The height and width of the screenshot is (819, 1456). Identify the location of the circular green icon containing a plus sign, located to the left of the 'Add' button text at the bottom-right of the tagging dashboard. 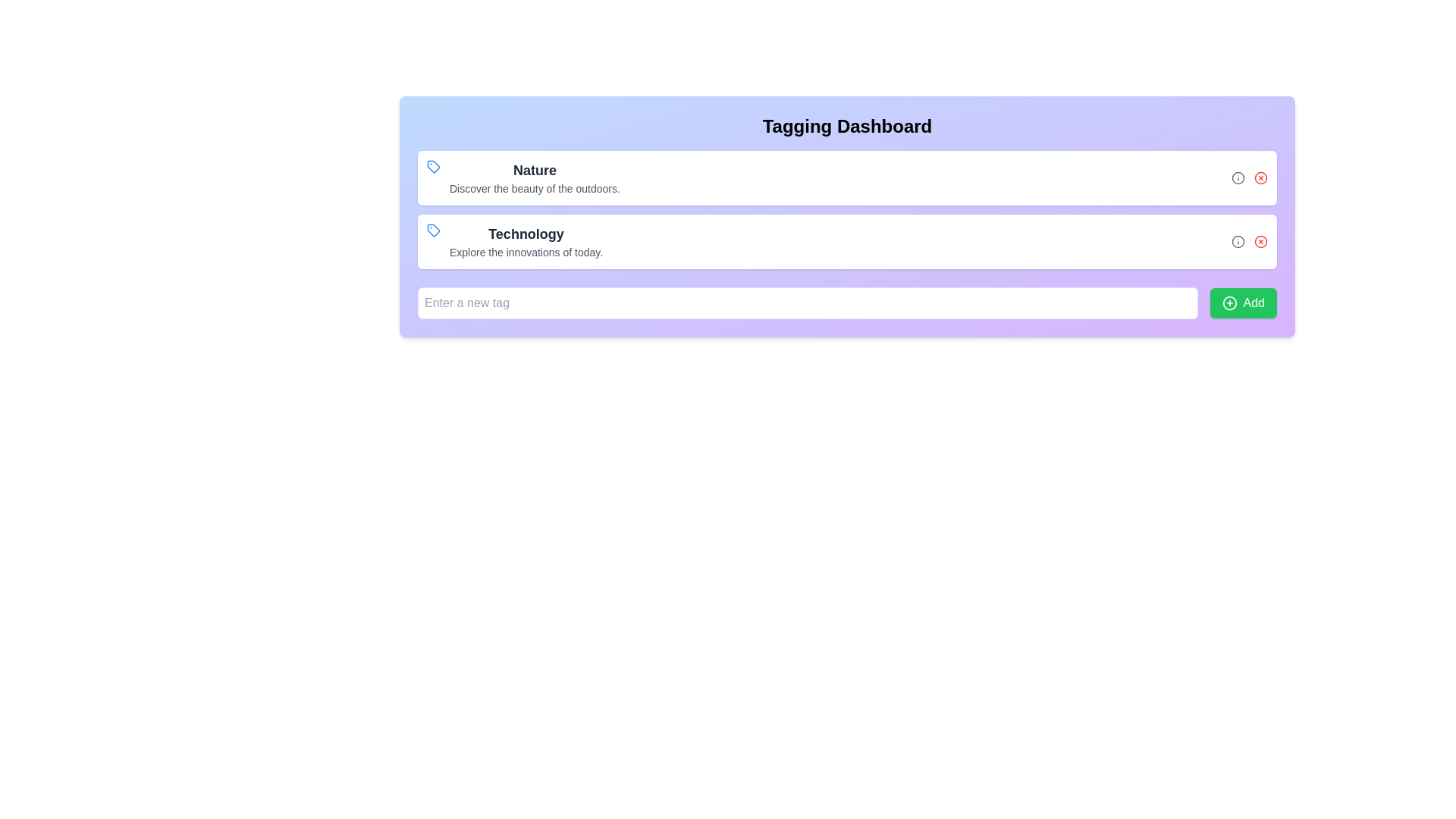
(1229, 303).